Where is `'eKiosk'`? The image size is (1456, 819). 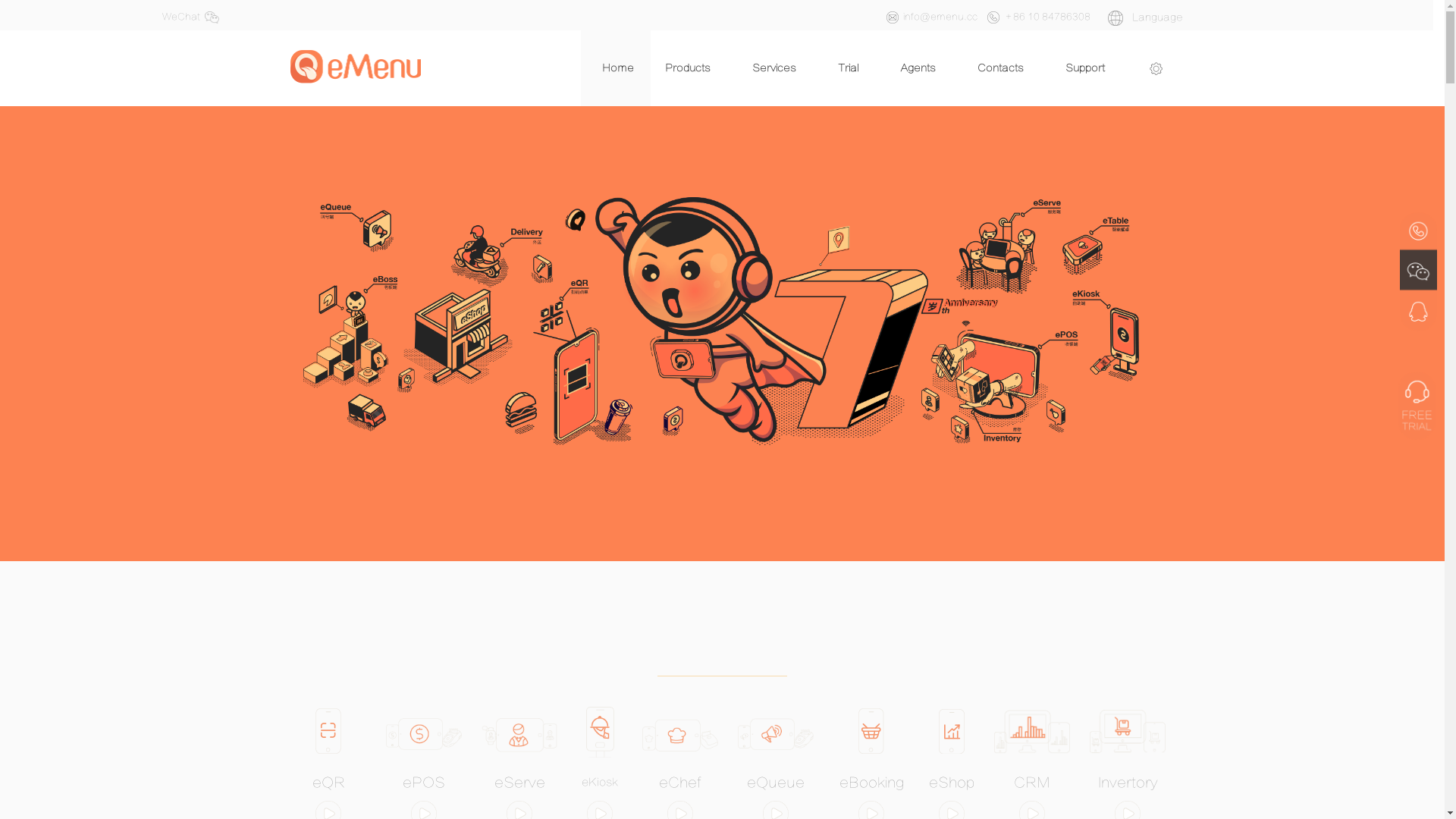 'eKiosk' is located at coordinates (599, 780).